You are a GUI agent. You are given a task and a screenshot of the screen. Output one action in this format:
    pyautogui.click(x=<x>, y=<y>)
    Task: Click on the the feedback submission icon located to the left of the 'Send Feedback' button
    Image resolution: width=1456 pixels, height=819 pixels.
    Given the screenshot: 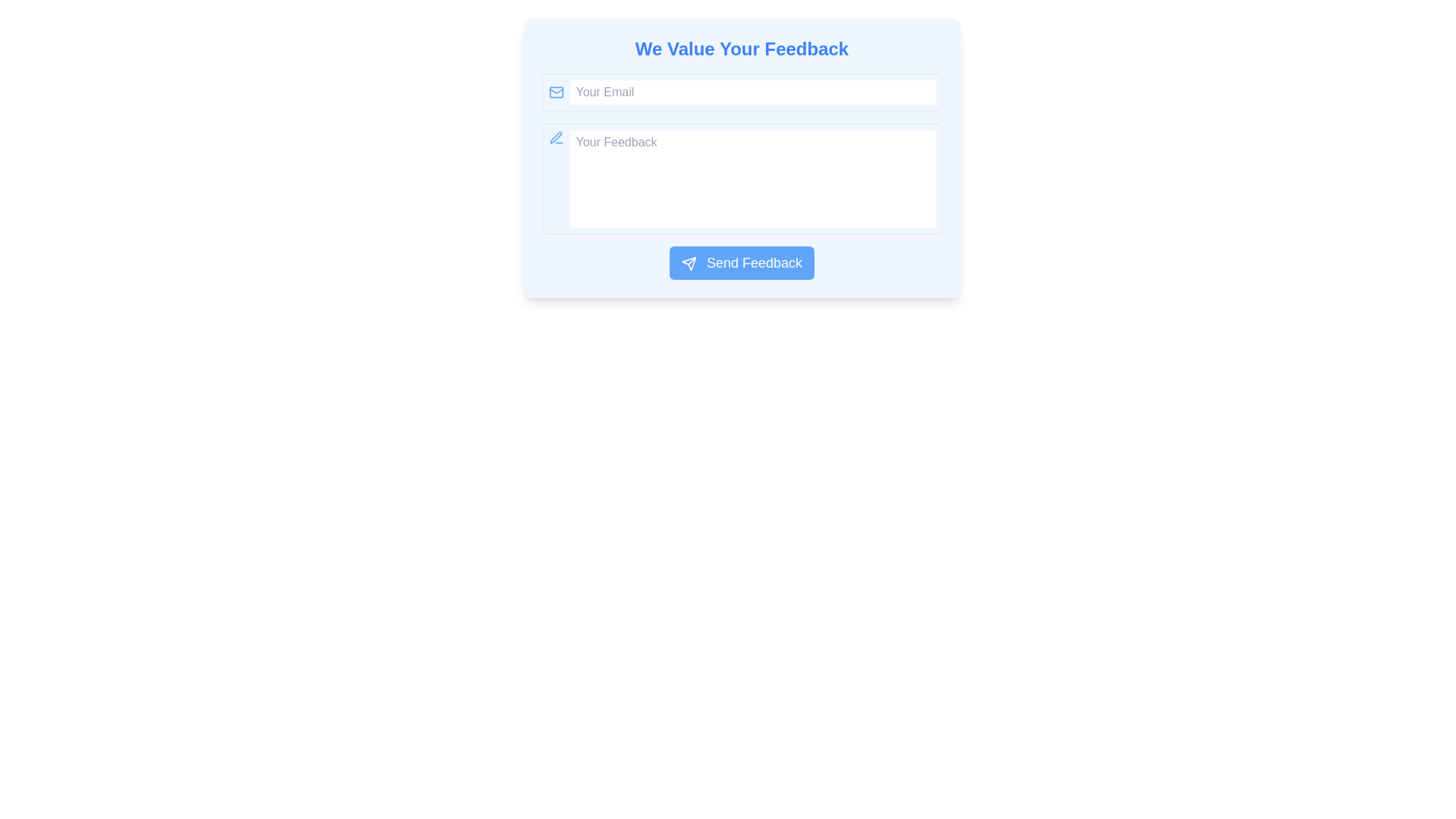 What is the action you would take?
    pyautogui.click(x=688, y=263)
    